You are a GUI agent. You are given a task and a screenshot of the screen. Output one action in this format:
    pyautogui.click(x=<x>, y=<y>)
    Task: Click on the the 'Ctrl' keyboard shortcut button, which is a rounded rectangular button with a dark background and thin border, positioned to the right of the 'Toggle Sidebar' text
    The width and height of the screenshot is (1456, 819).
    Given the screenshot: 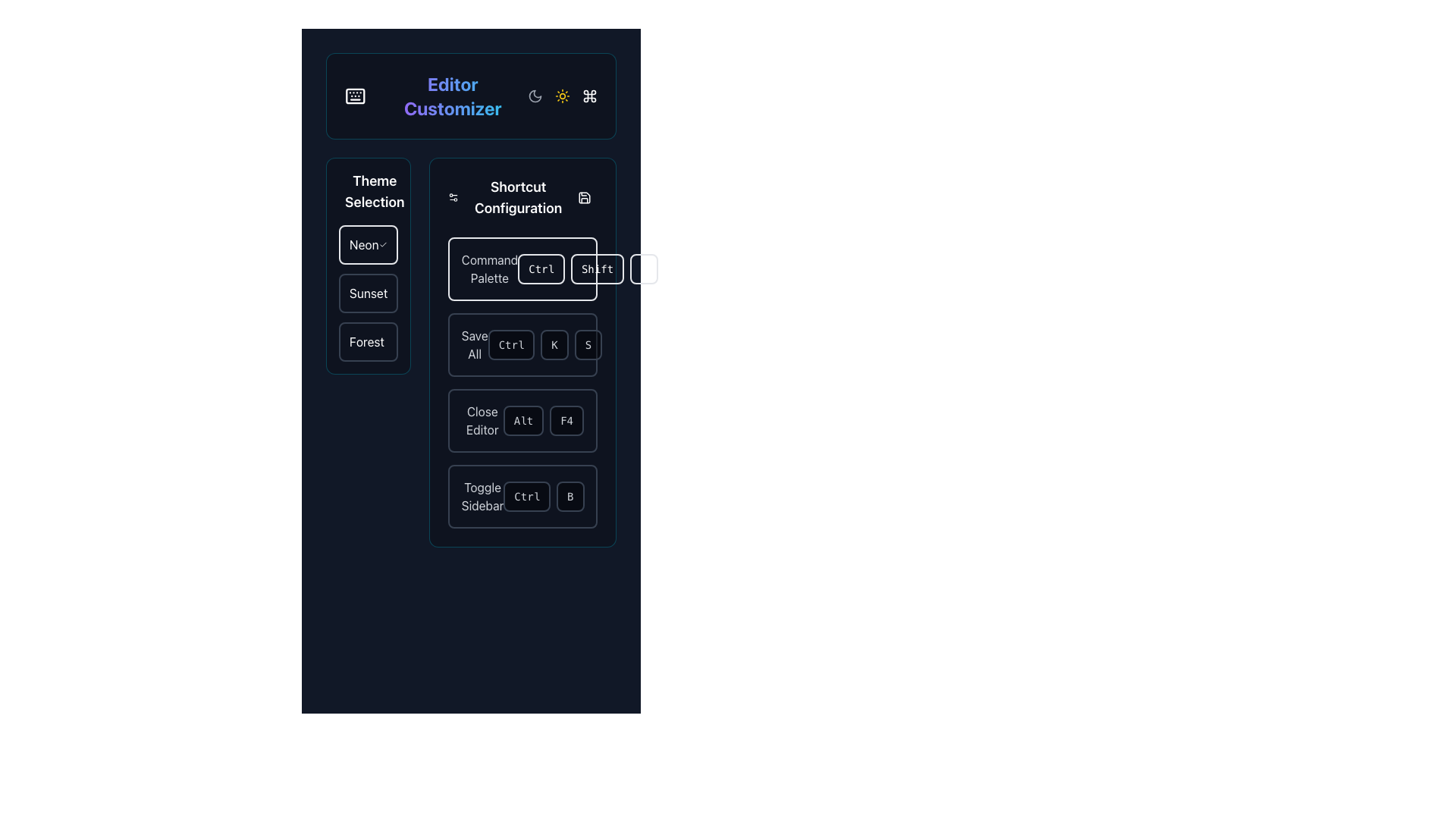 What is the action you would take?
    pyautogui.click(x=544, y=497)
    